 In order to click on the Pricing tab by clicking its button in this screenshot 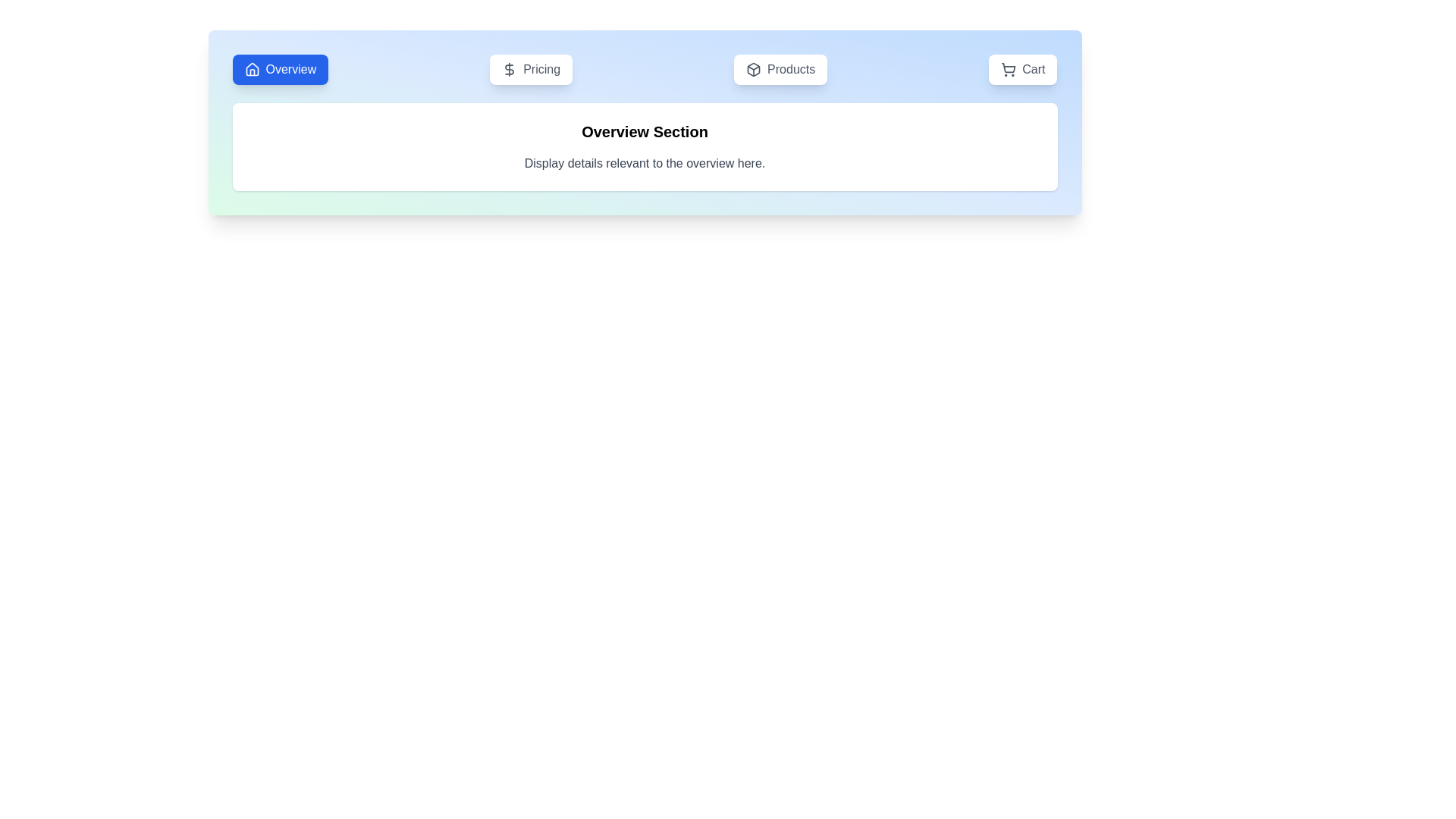, I will do `click(531, 70)`.